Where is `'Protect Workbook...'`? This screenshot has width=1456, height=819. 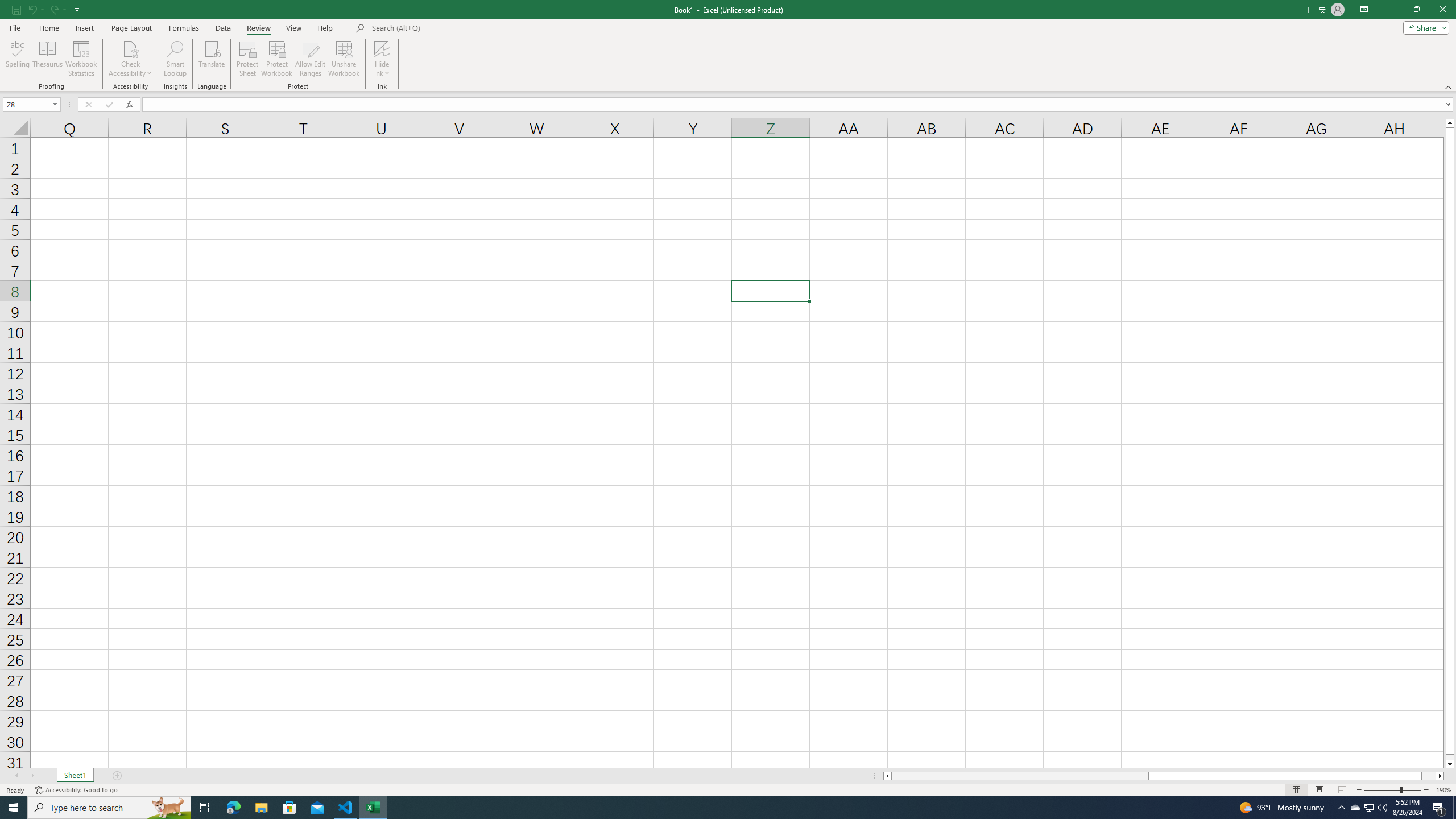 'Protect Workbook...' is located at coordinates (276, 59).